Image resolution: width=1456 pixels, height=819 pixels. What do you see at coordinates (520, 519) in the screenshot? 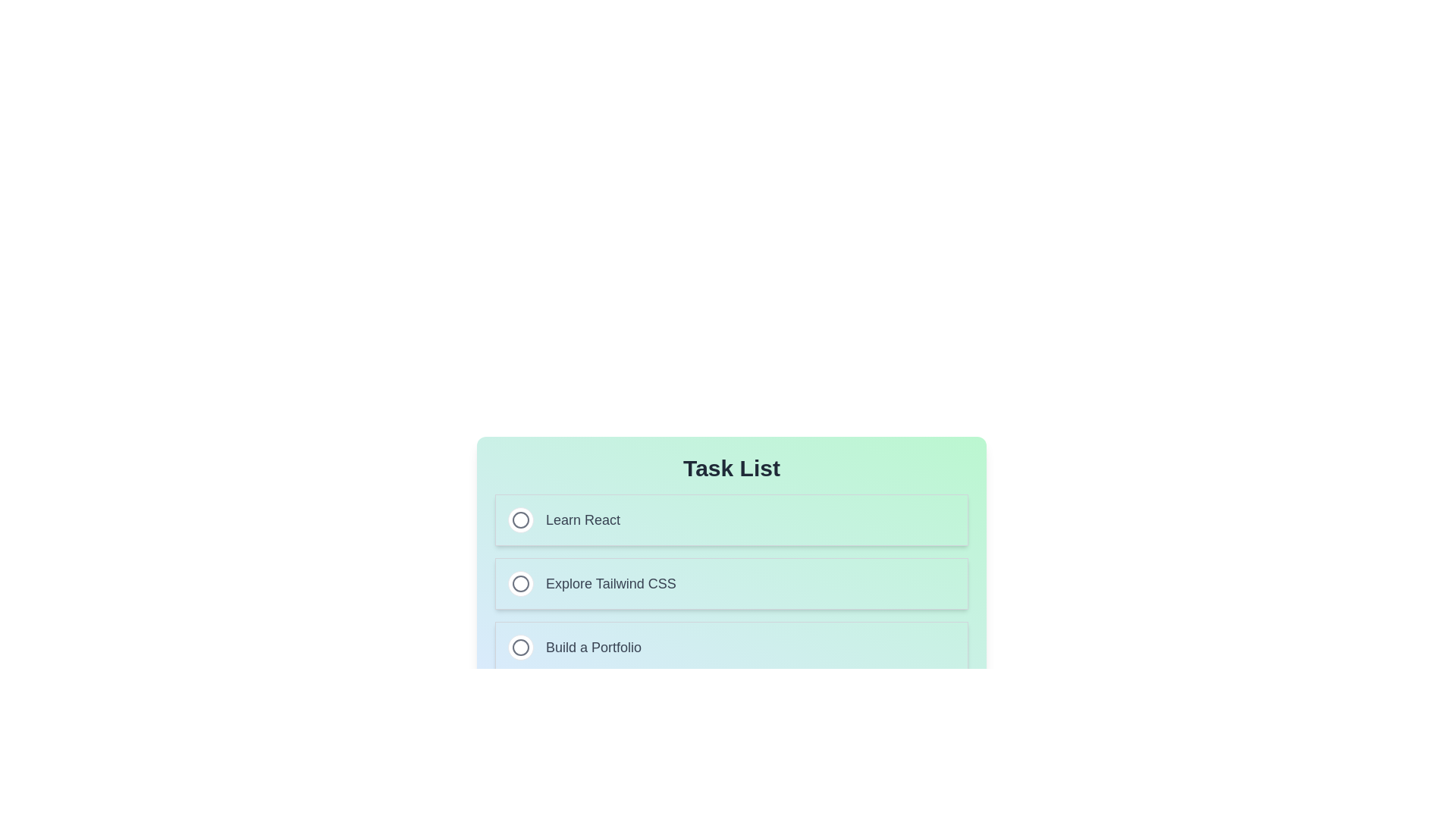
I see `the circular radio button with a white background and red fill located to the left of the 'Learn React' list item` at bounding box center [520, 519].